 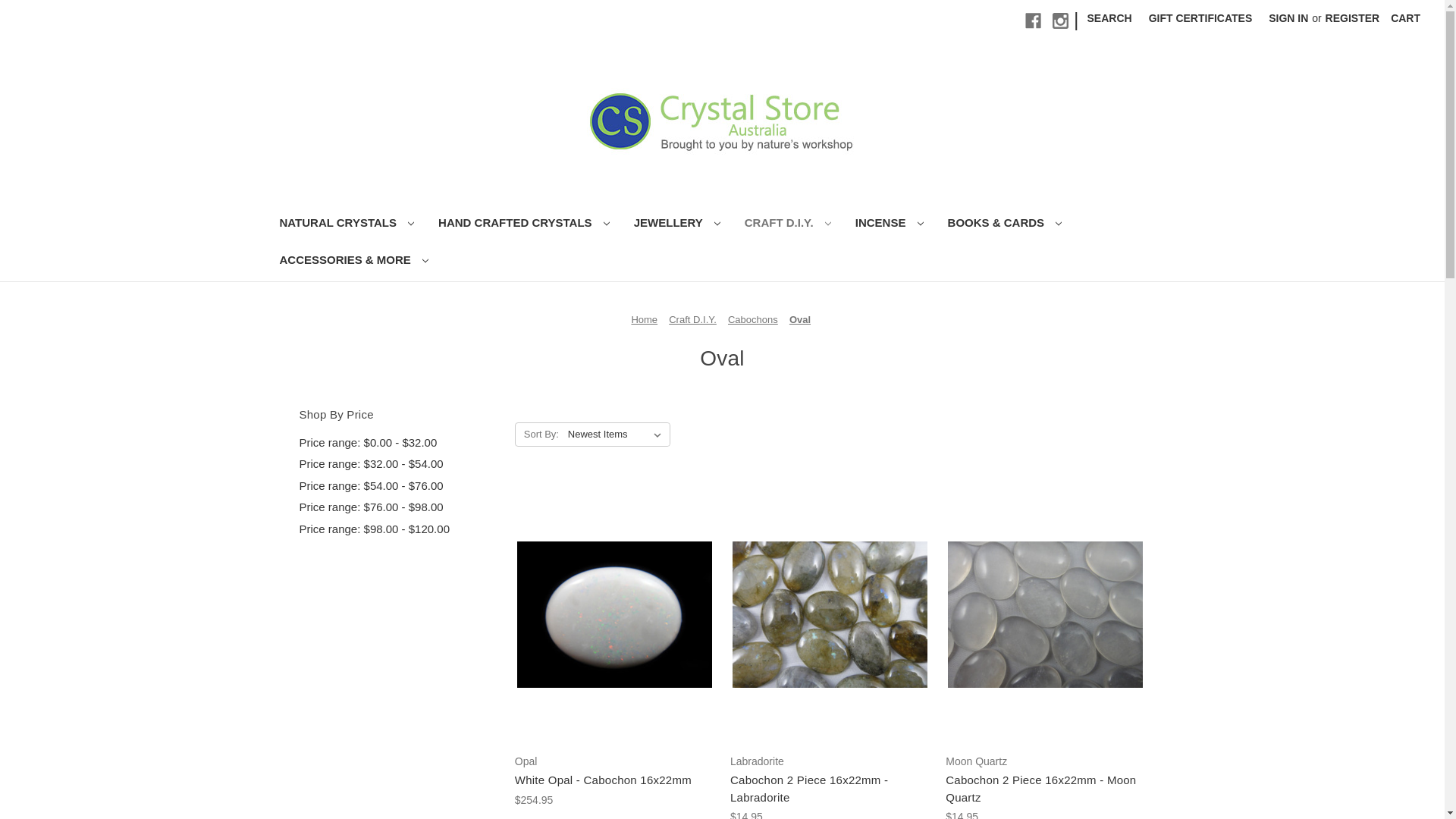 I want to click on 'Cabochons', so click(x=753, y=318).